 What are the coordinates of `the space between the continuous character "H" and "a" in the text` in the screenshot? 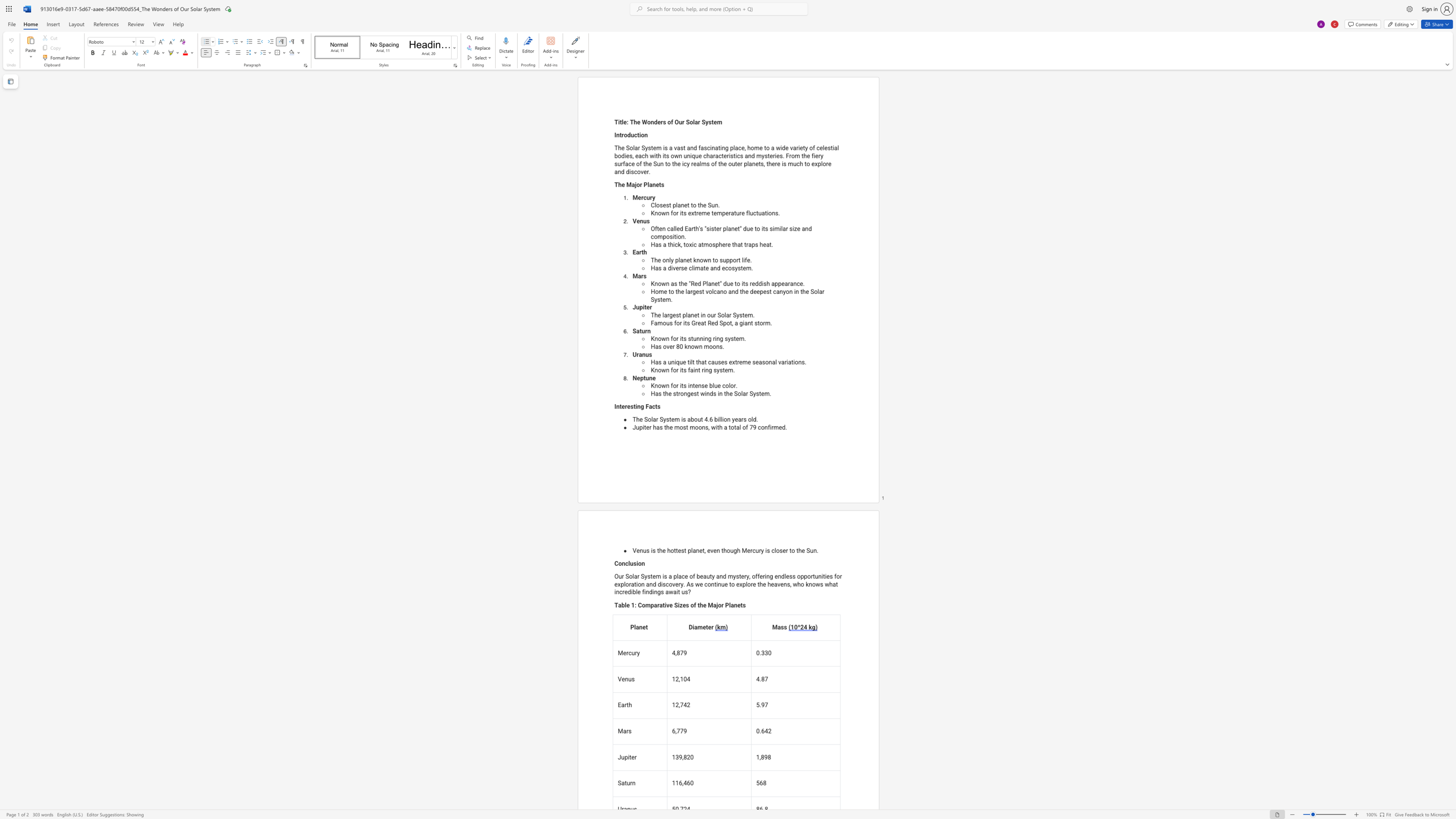 It's located at (654, 244).